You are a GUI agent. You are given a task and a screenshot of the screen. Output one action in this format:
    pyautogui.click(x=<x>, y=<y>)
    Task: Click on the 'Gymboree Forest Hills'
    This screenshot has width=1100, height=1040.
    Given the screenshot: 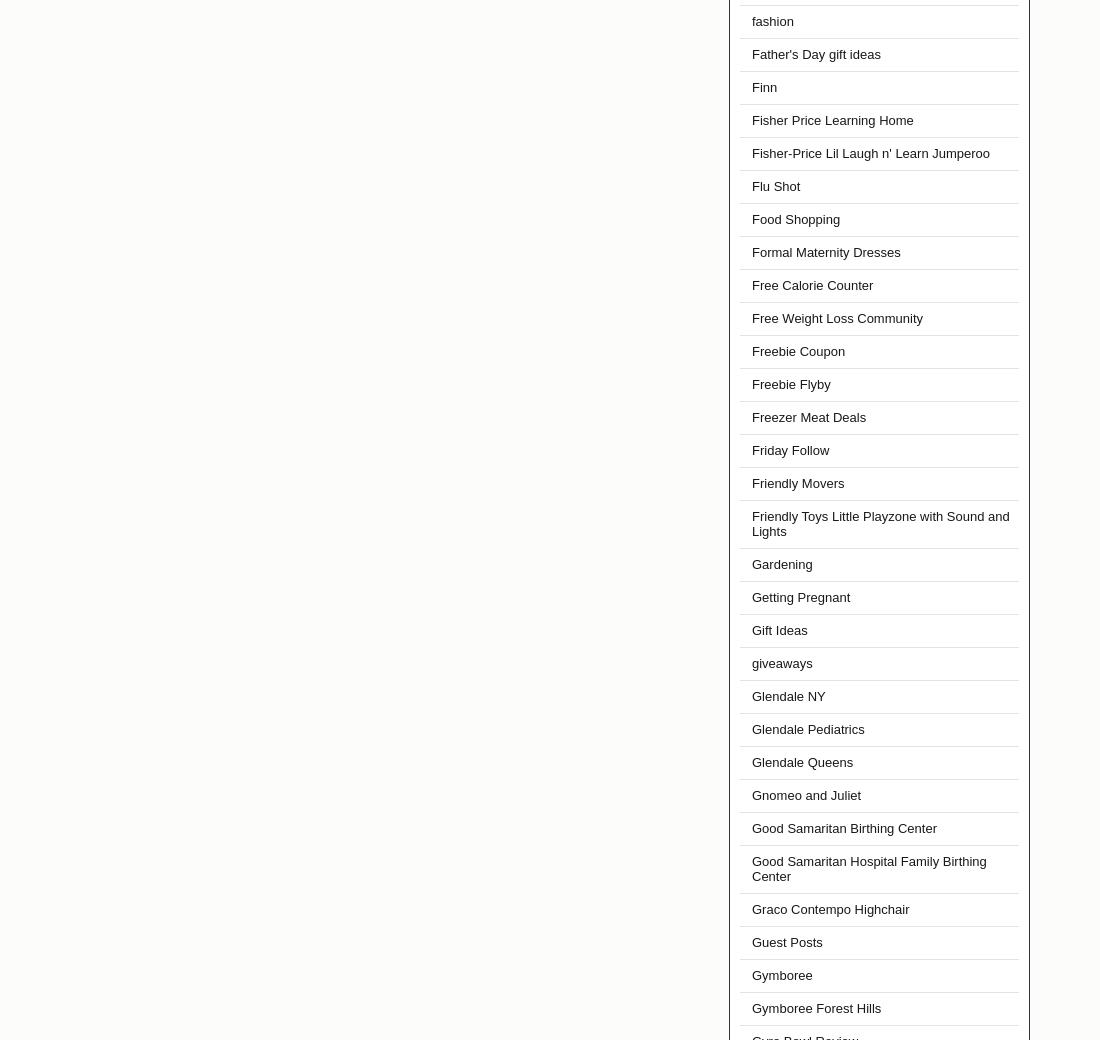 What is the action you would take?
    pyautogui.click(x=816, y=1008)
    